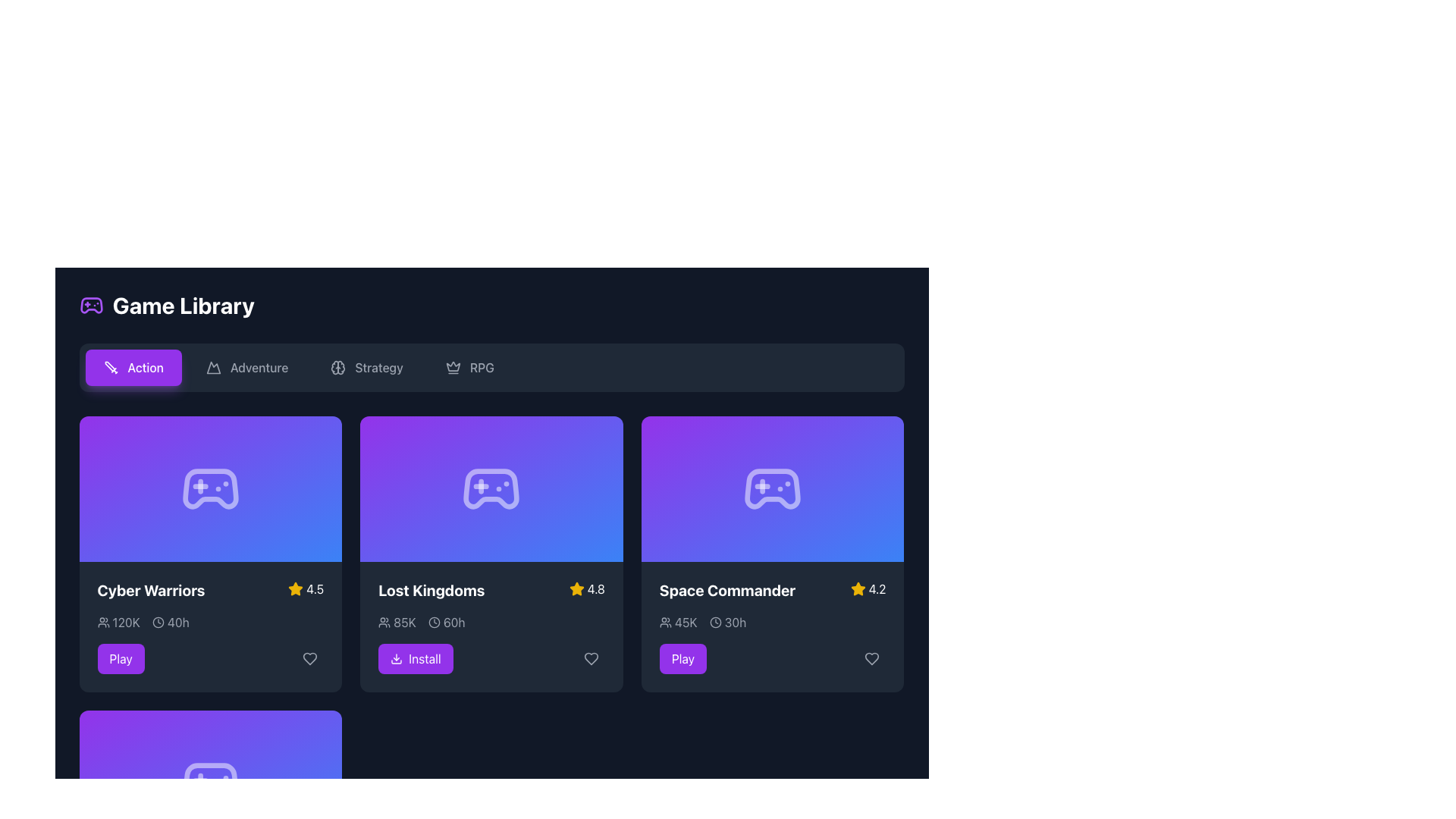 The image size is (1456, 819). I want to click on the 'Strategy' icon located in the navigation menu, which visually represents the 'Strategy' category and is positioned to the left of the text label 'Strategy', so click(337, 368).